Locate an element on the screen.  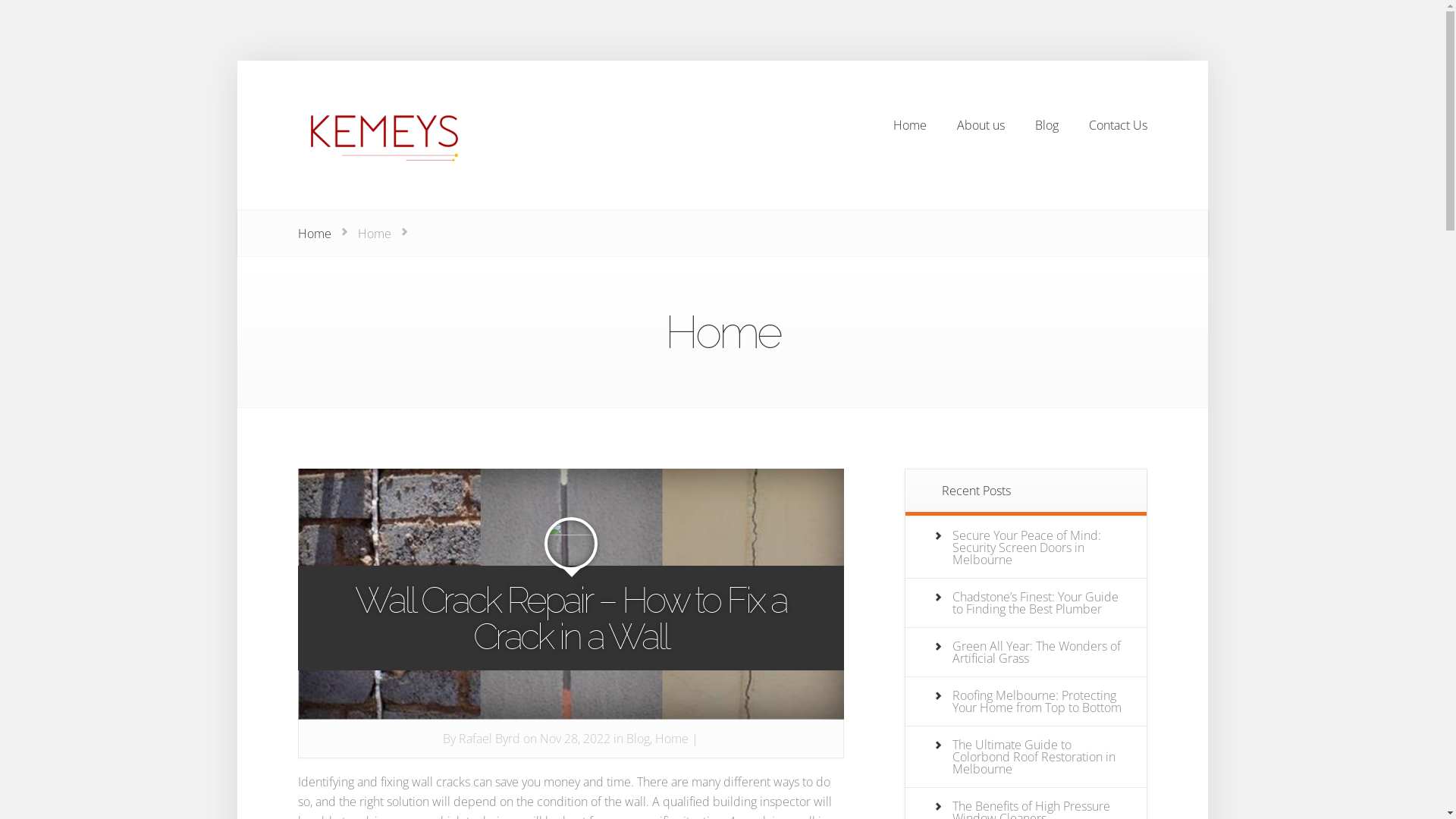
'About us' is located at coordinates (981, 124).